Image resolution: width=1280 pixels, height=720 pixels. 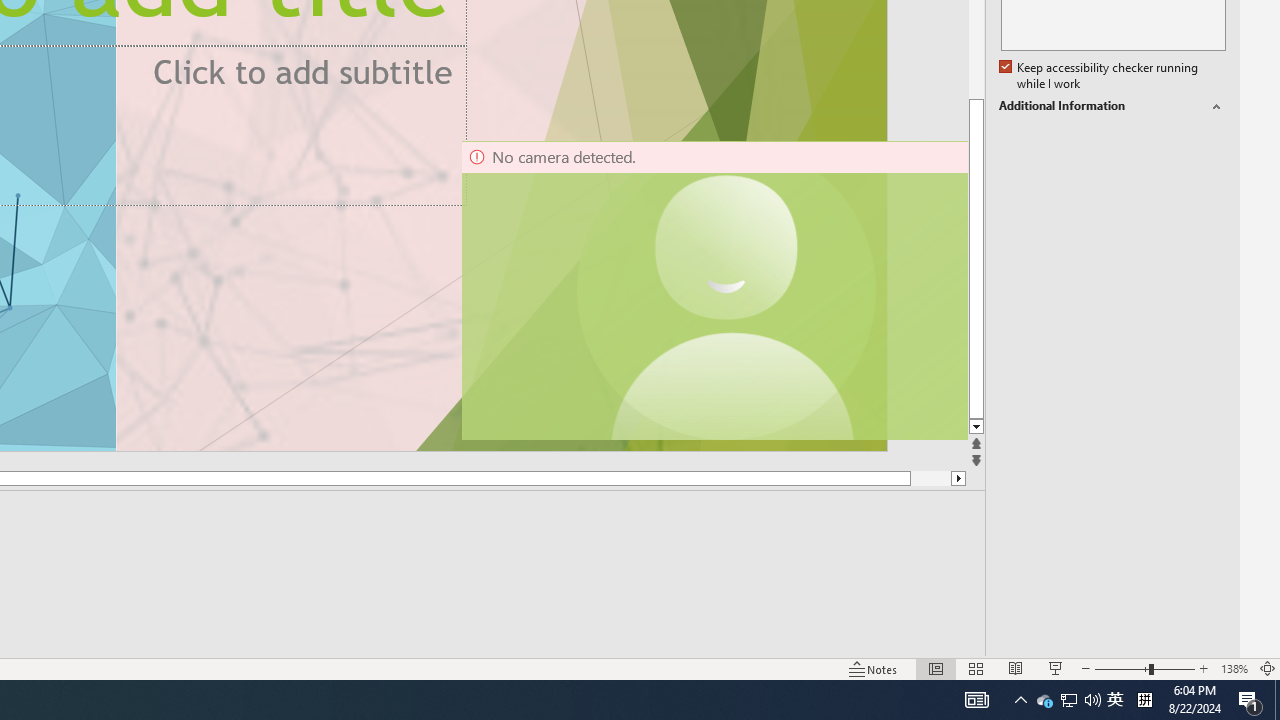 I want to click on 'Line down', so click(x=976, y=426).